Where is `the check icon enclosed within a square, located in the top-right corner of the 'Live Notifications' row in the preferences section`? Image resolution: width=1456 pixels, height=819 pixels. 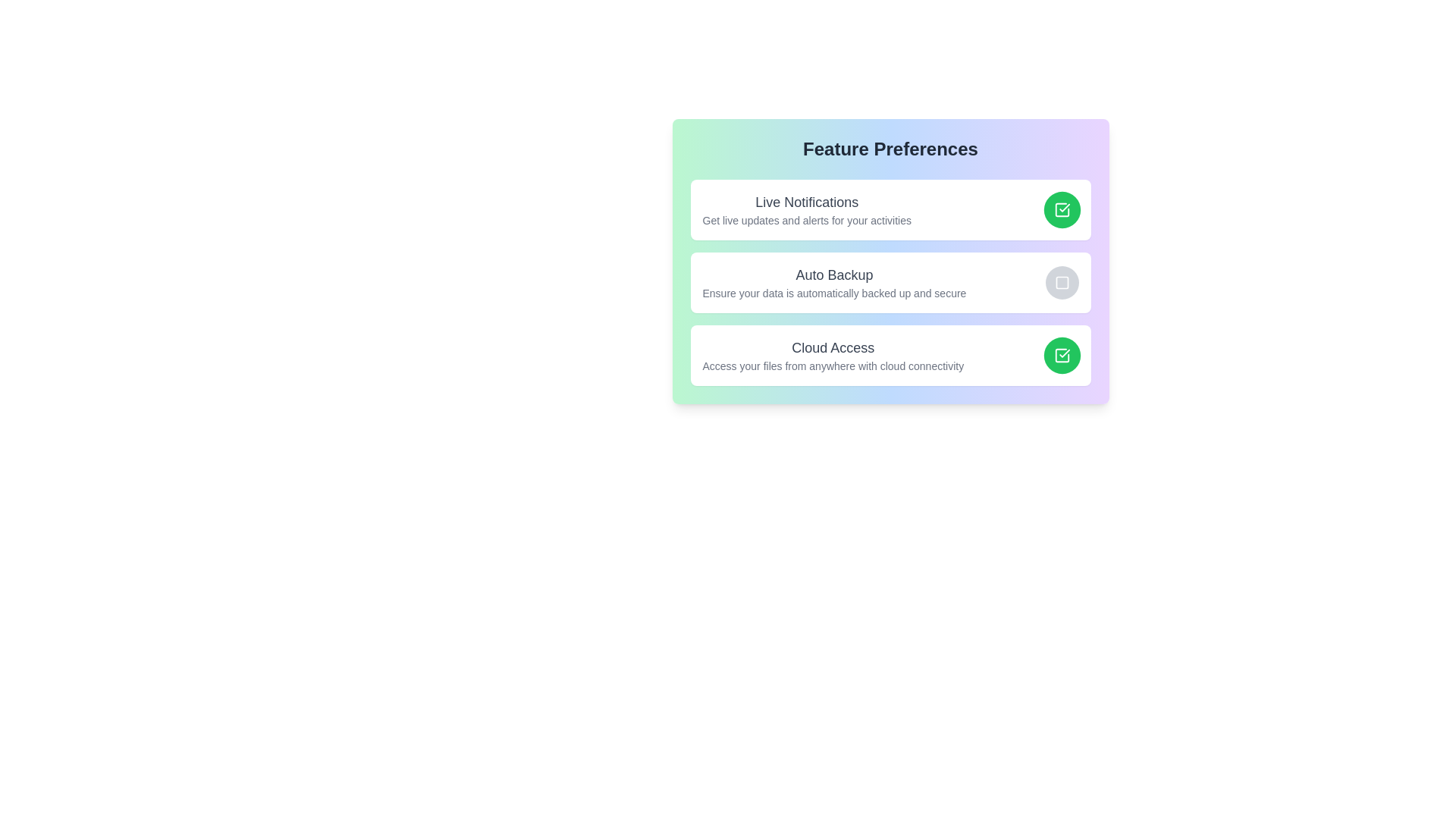
the check icon enclosed within a square, located in the top-right corner of the 'Live Notifications' row in the preferences section is located at coordinates (1061, 210).